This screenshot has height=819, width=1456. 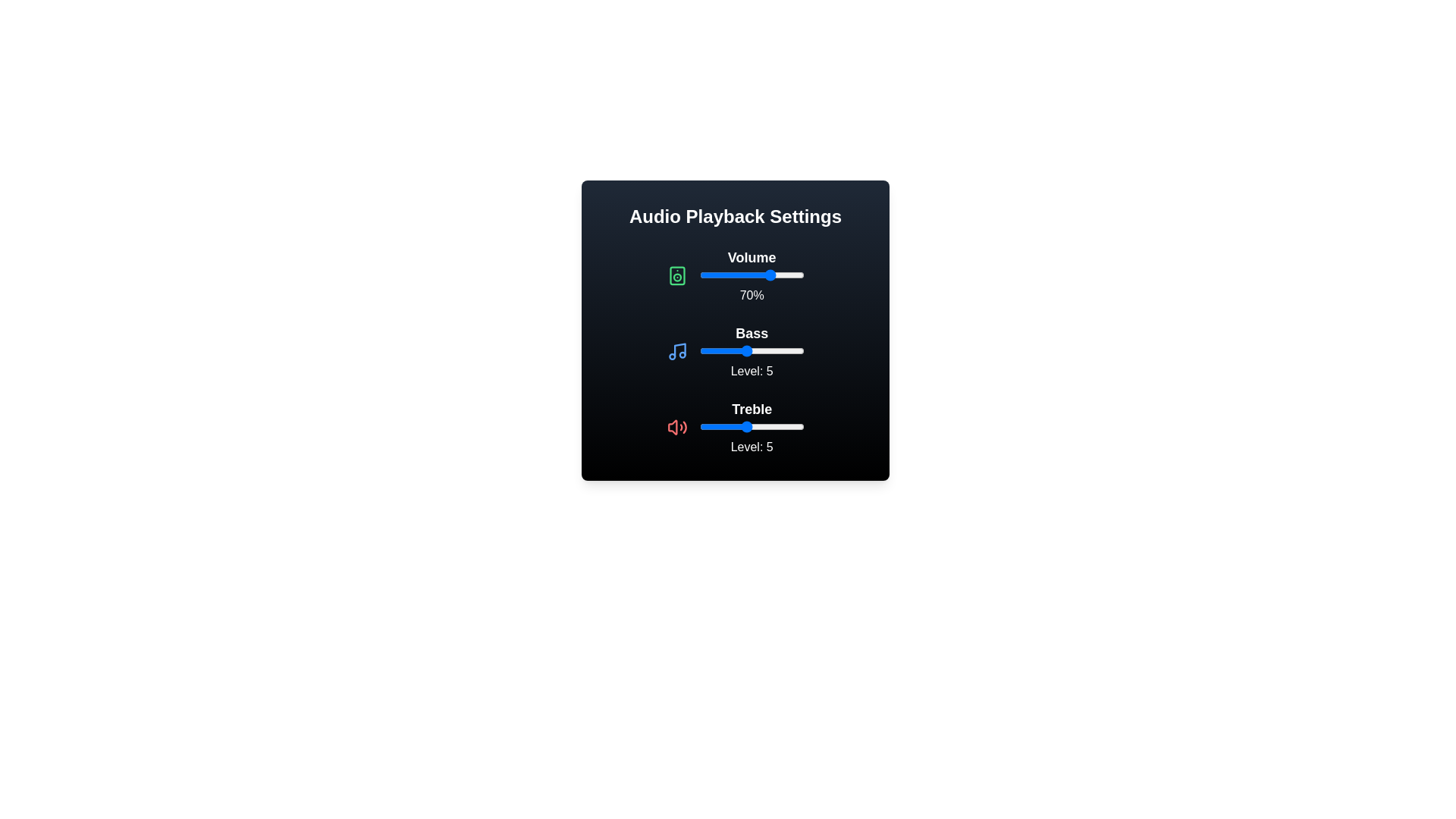 I want to click on the volume slider, so click(x=735, y=275).